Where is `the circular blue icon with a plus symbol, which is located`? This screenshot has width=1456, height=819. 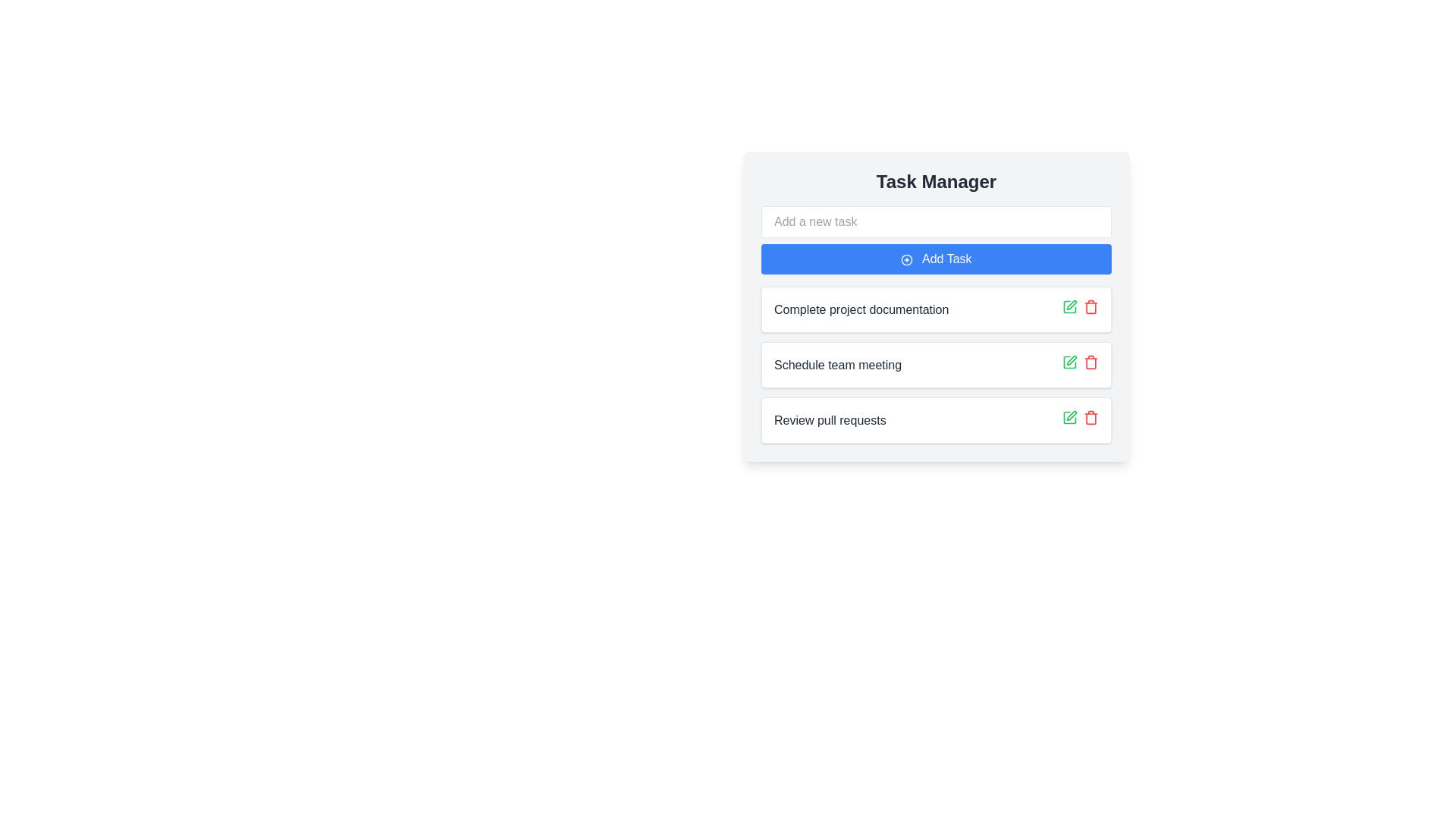
the circular blue icon with a plus symbol, which is located is located at coordinates (907, 259).